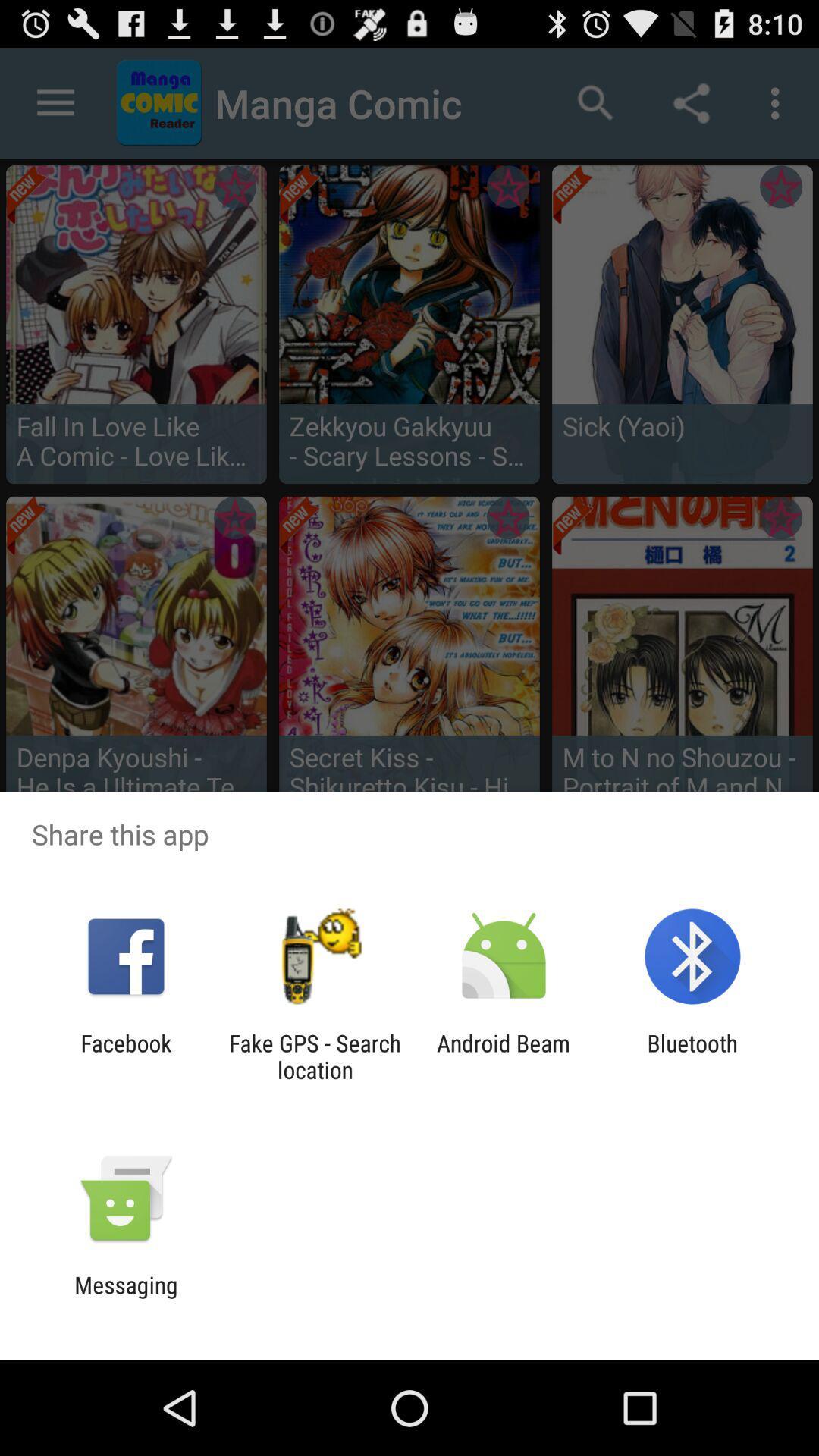 This screenshot has height=1456, width=819. Describe the element at coordinates (692, 1056) in the screenshot. I see `icon to the right of the android beam icon` at that location.